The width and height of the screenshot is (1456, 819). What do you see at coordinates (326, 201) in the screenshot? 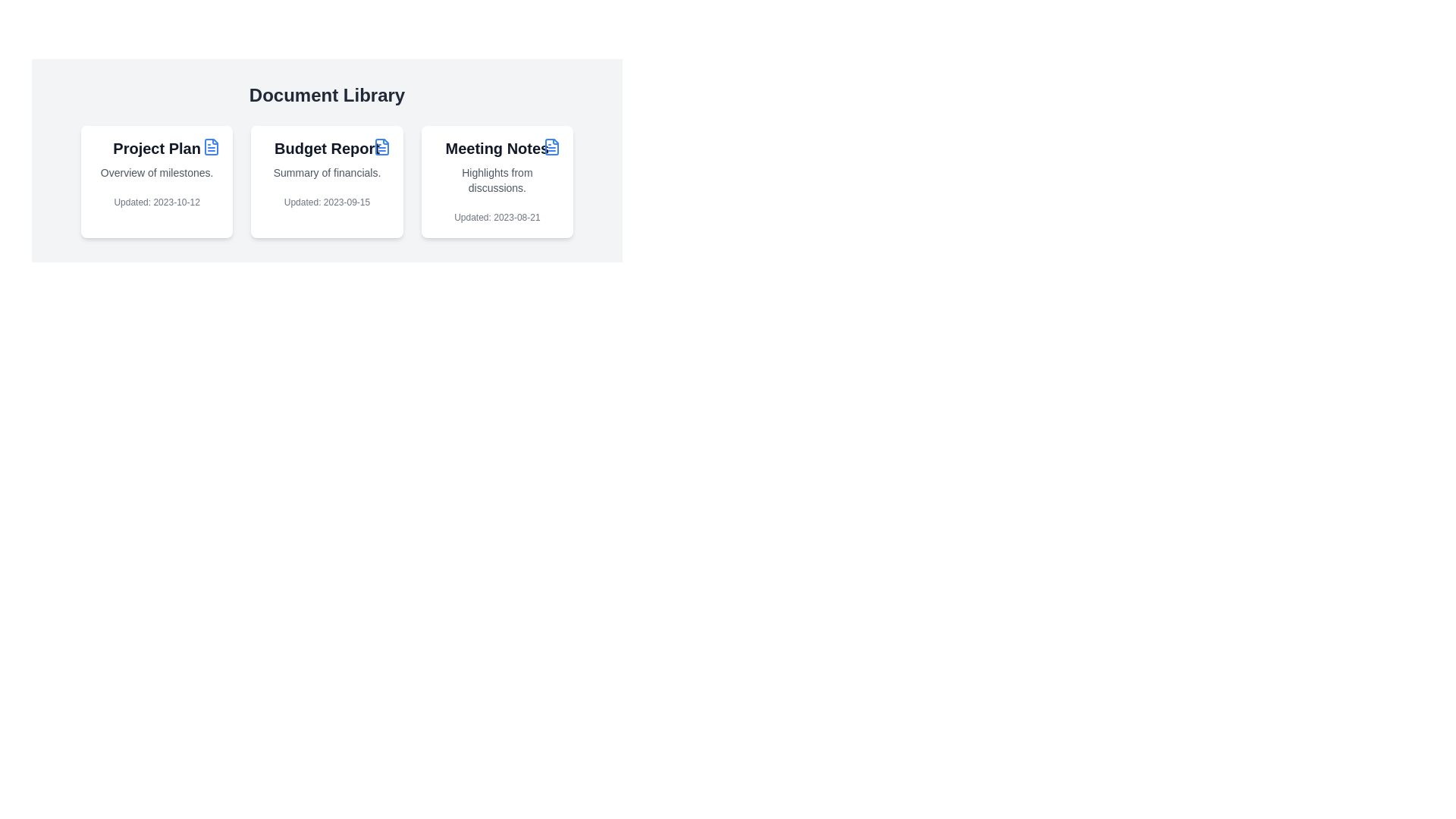
I see `the text label that informs the user of the last update date of the 'Budget Report' entry, located at the bottom of the 'Budget Report' card, below the description 'Summary of financials.'` at bounding box center [326, 201].